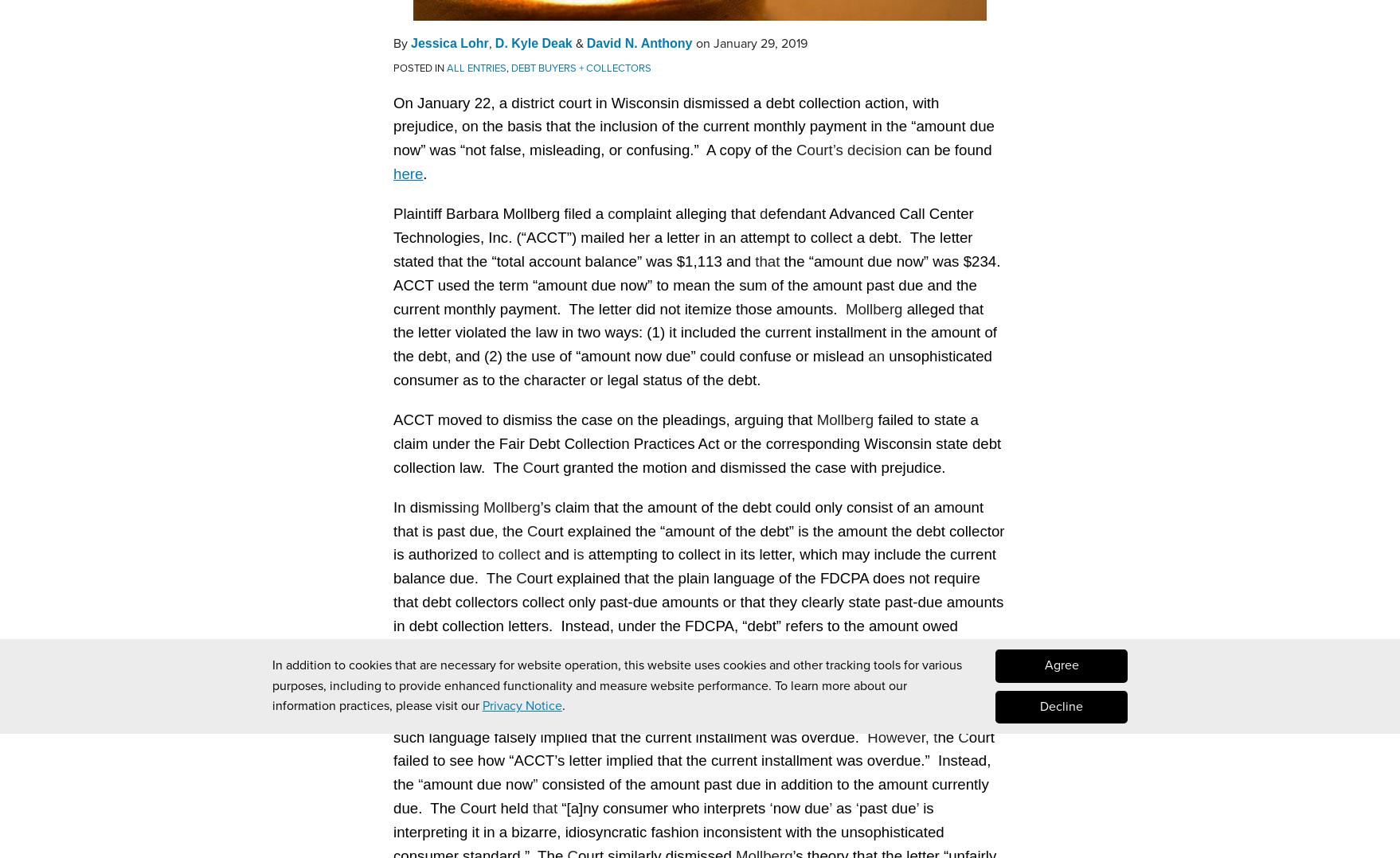  Describe the element at coordinates (843, 806) in the screenshot. I see `'as'` at that location.